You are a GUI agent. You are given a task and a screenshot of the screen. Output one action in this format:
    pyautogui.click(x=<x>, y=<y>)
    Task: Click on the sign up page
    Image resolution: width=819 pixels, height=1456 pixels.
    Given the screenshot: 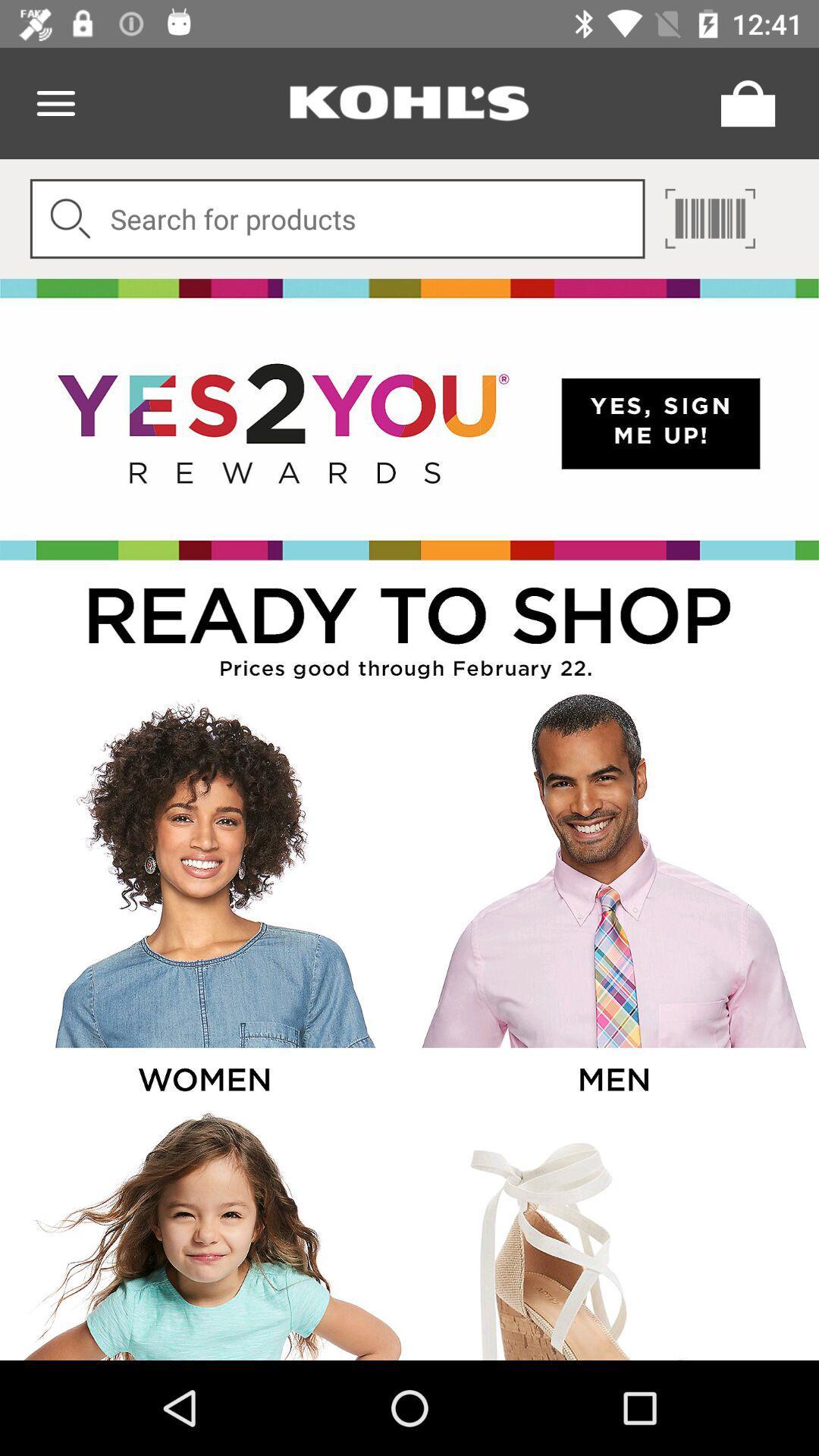 What is the action you would take?
    pyautogui.click(x=409, y=419)
    